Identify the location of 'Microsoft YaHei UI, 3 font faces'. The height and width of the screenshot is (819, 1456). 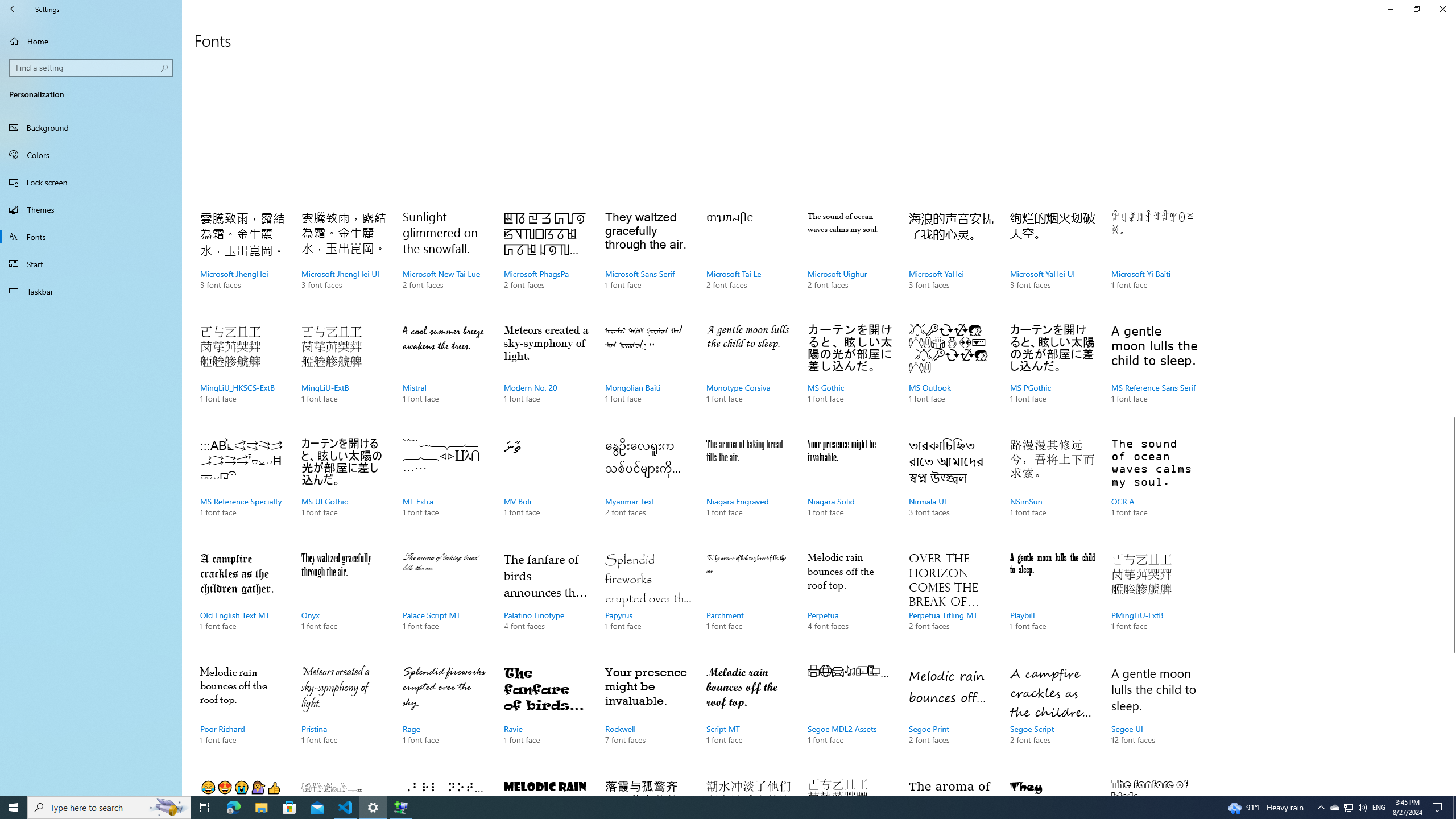
(1052, 261).